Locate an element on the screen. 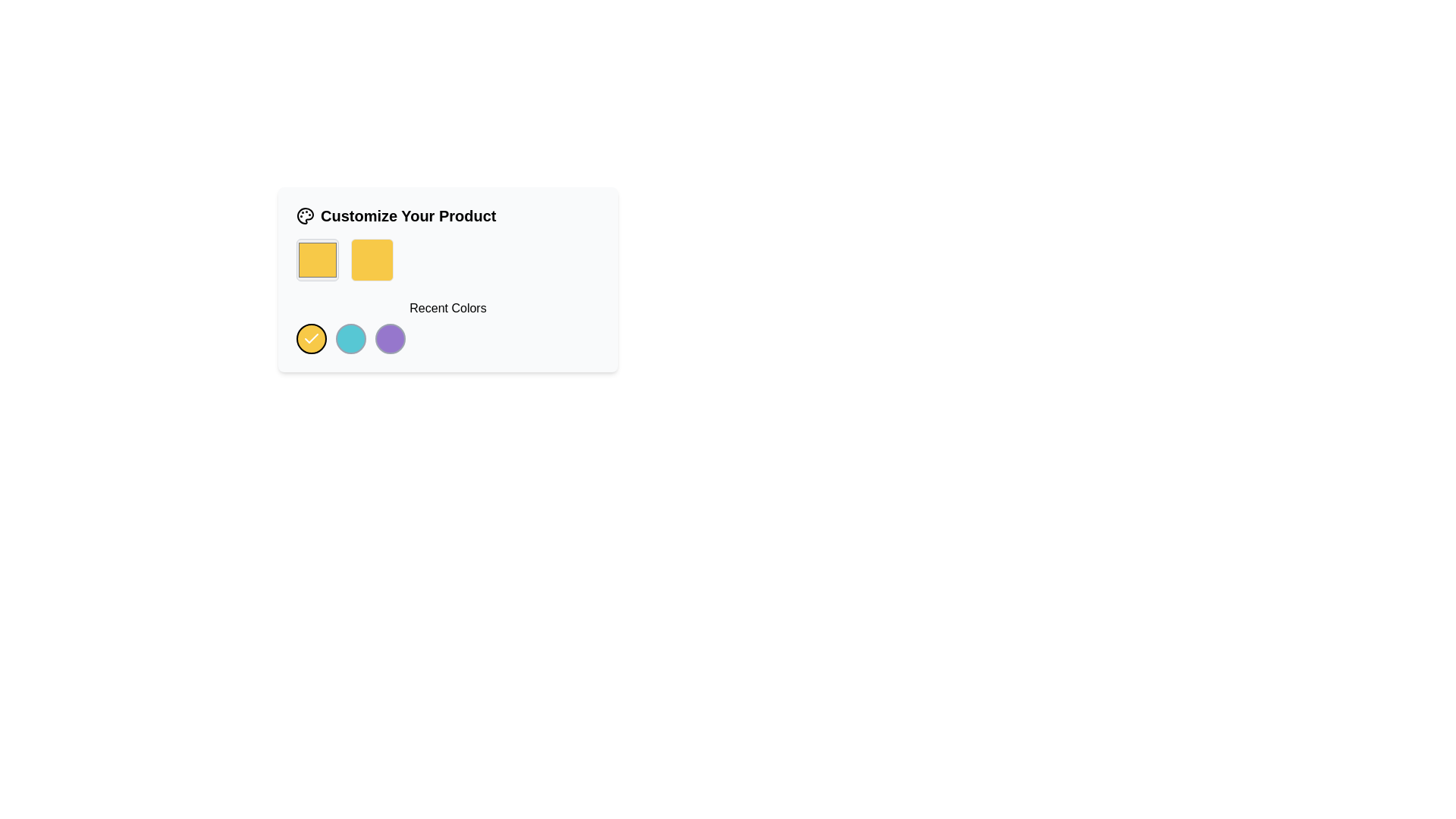 Image resolution: width=1456 pixels, height=819 pixels. the circular yellow button with a black outline and a white checkmark icon, located under the 'Recent Colors' label is located at coordinates (311, 338).